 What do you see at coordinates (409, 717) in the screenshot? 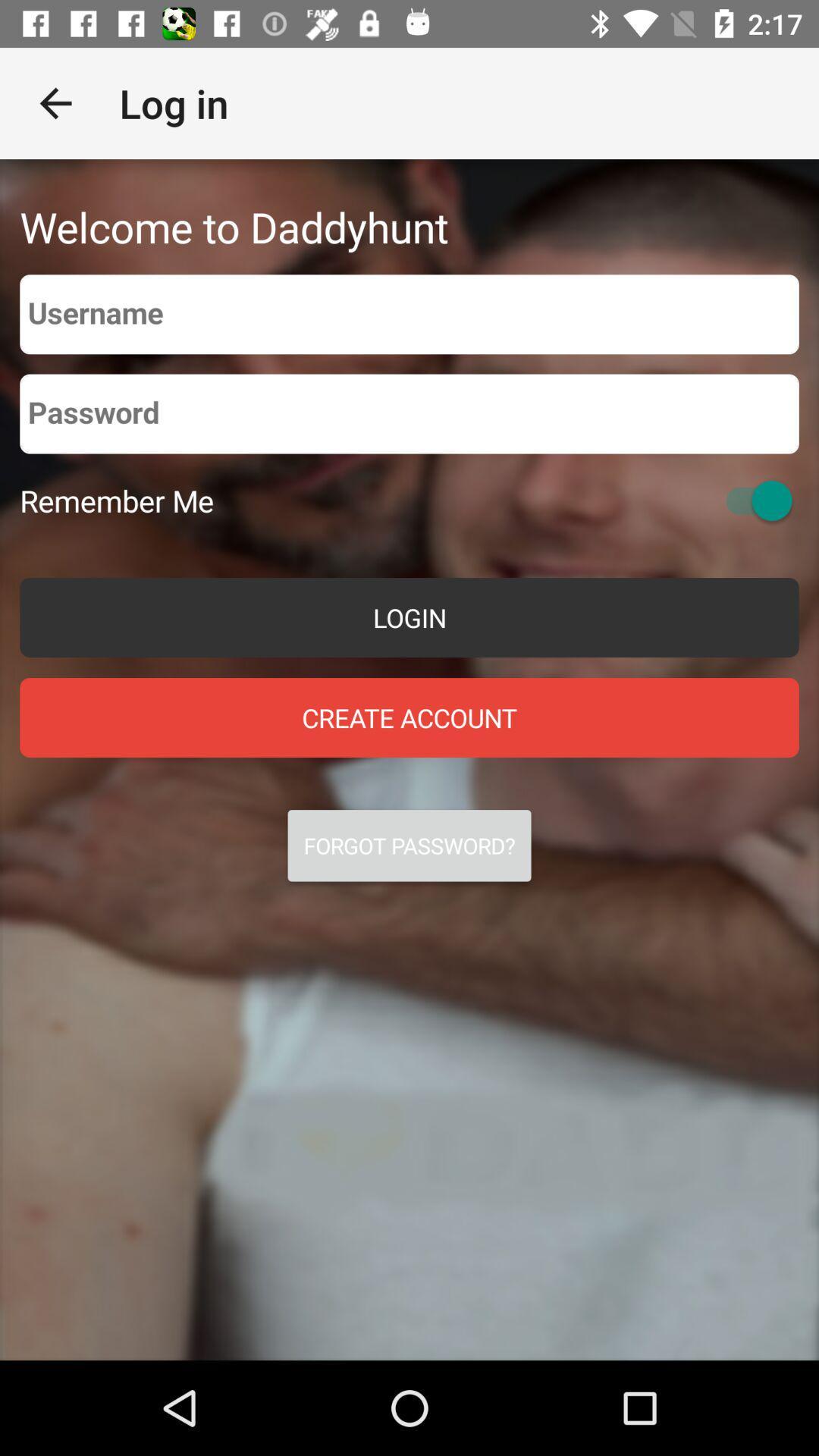
I see `the icon above the forgot password? icon` at bounding box center [409, 717].